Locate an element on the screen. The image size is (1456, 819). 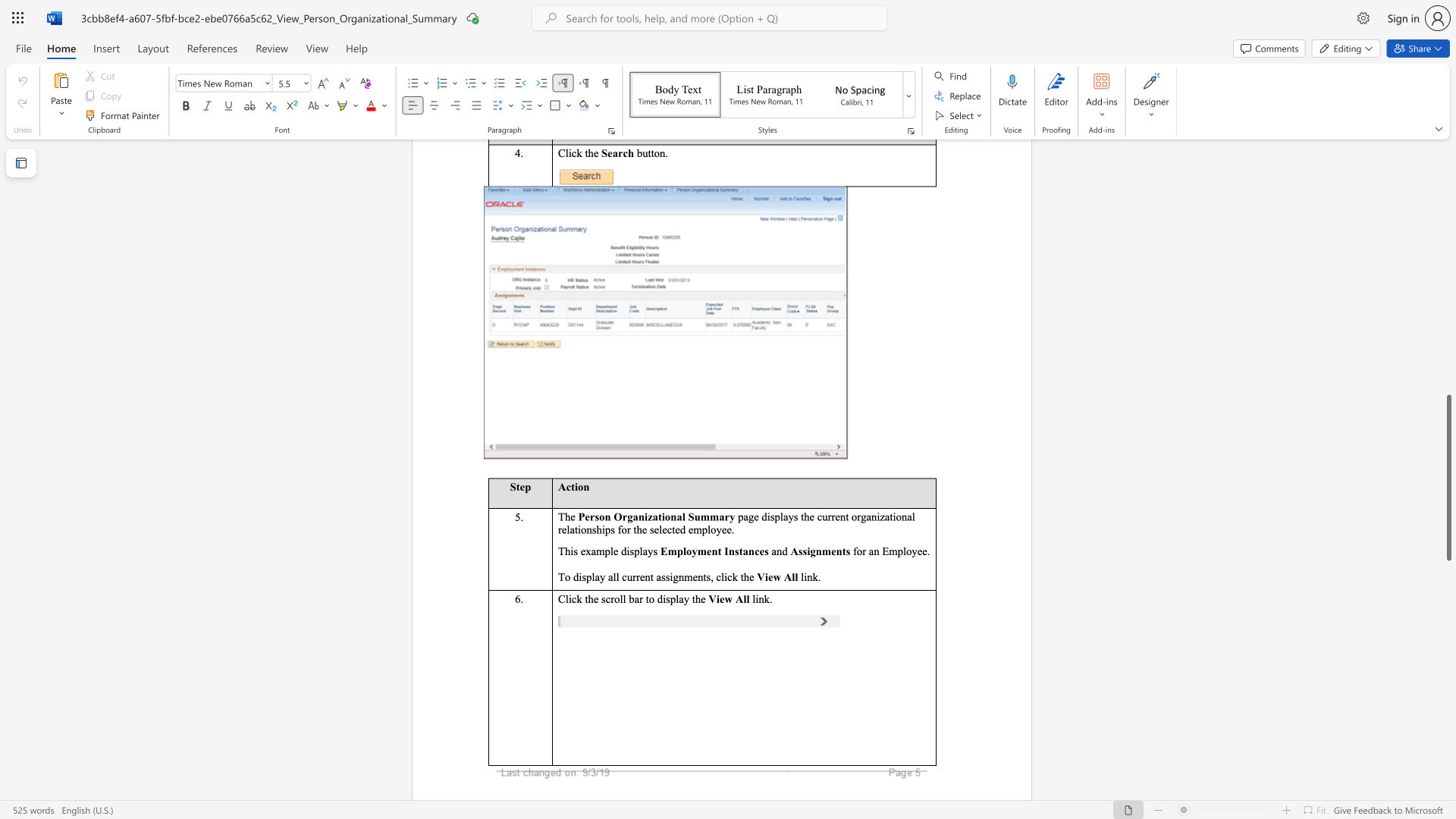
the subset text "Summ" within the text "Person Organizational Summary" is located at coordinates (687, 516).